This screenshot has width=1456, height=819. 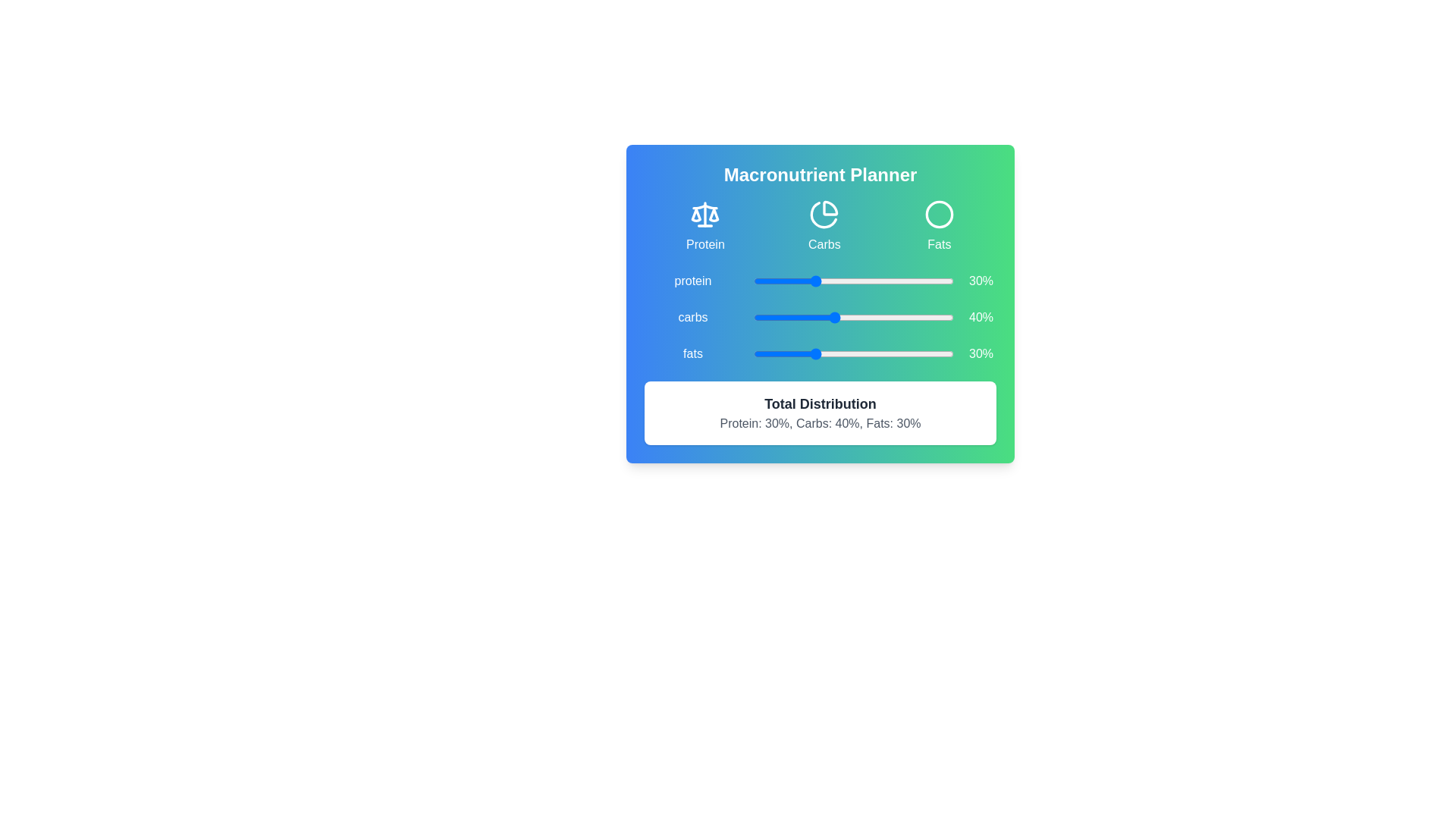 I want to click on the fats percentage, so click(x=759, y=353).